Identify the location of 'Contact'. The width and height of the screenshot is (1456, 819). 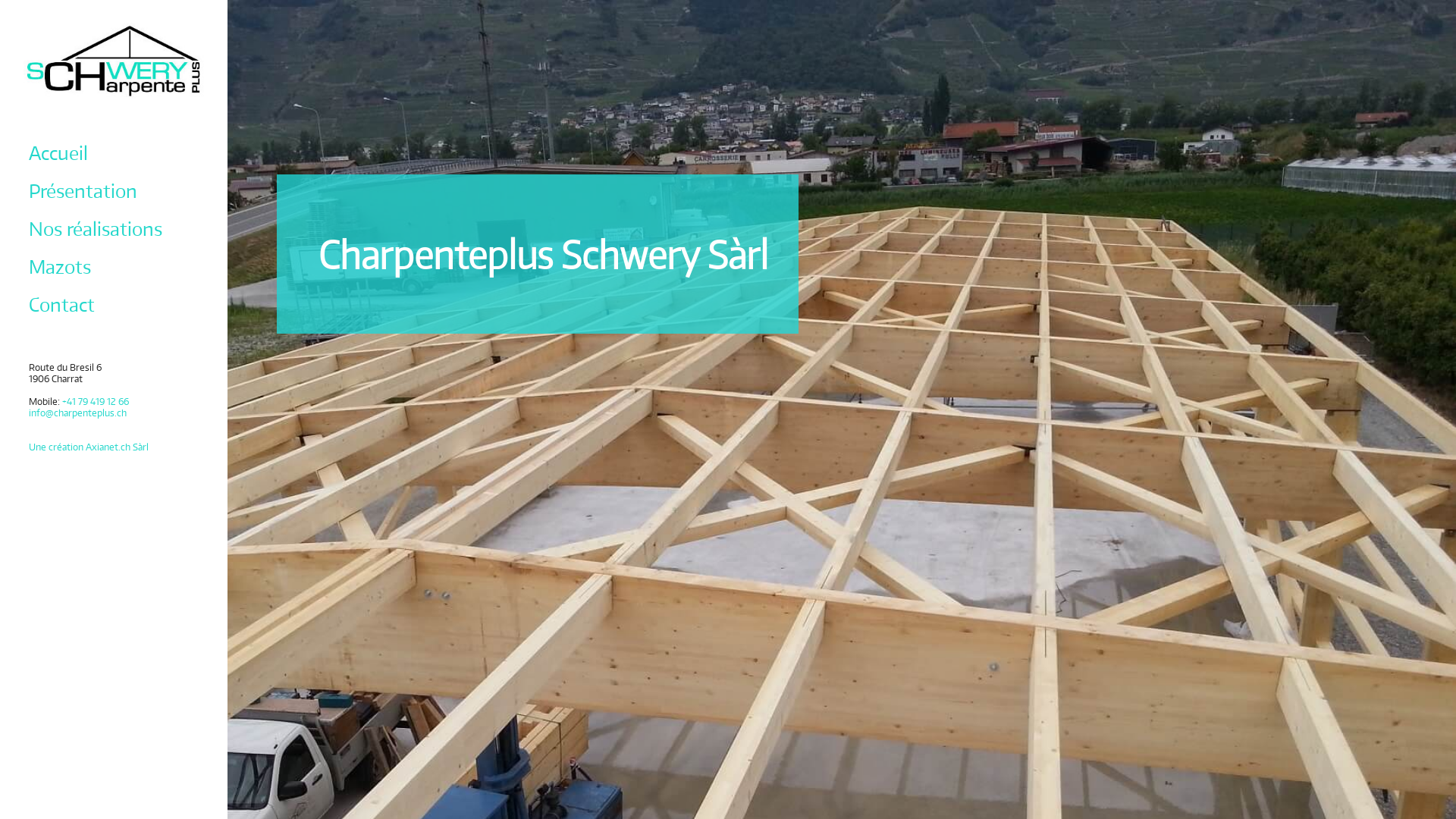
(61, 304).